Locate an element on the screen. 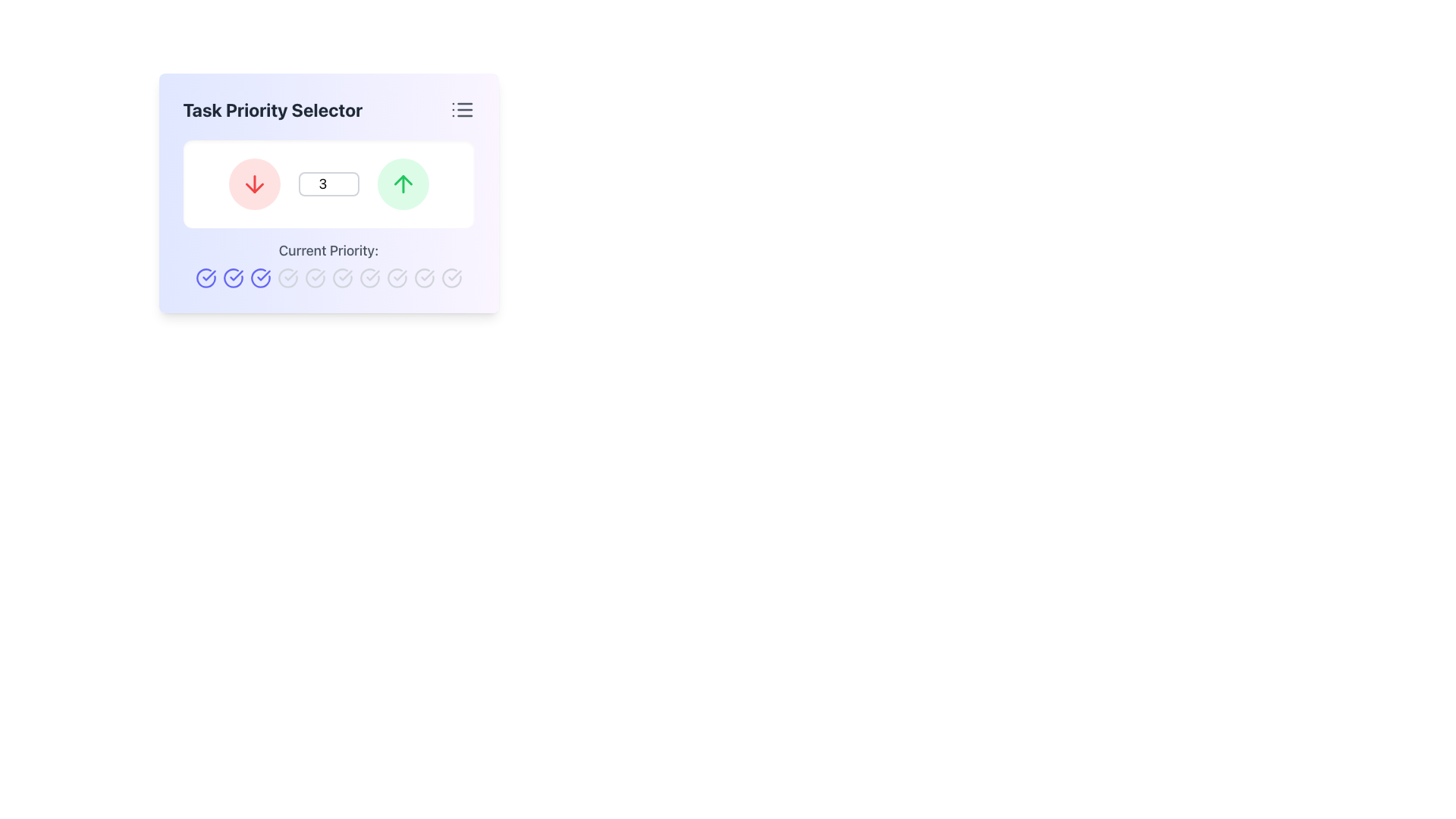  the circular button with a green background and an upward-pointing arrow to prepare for keyboard interaction is located at coordinates (403, 184).